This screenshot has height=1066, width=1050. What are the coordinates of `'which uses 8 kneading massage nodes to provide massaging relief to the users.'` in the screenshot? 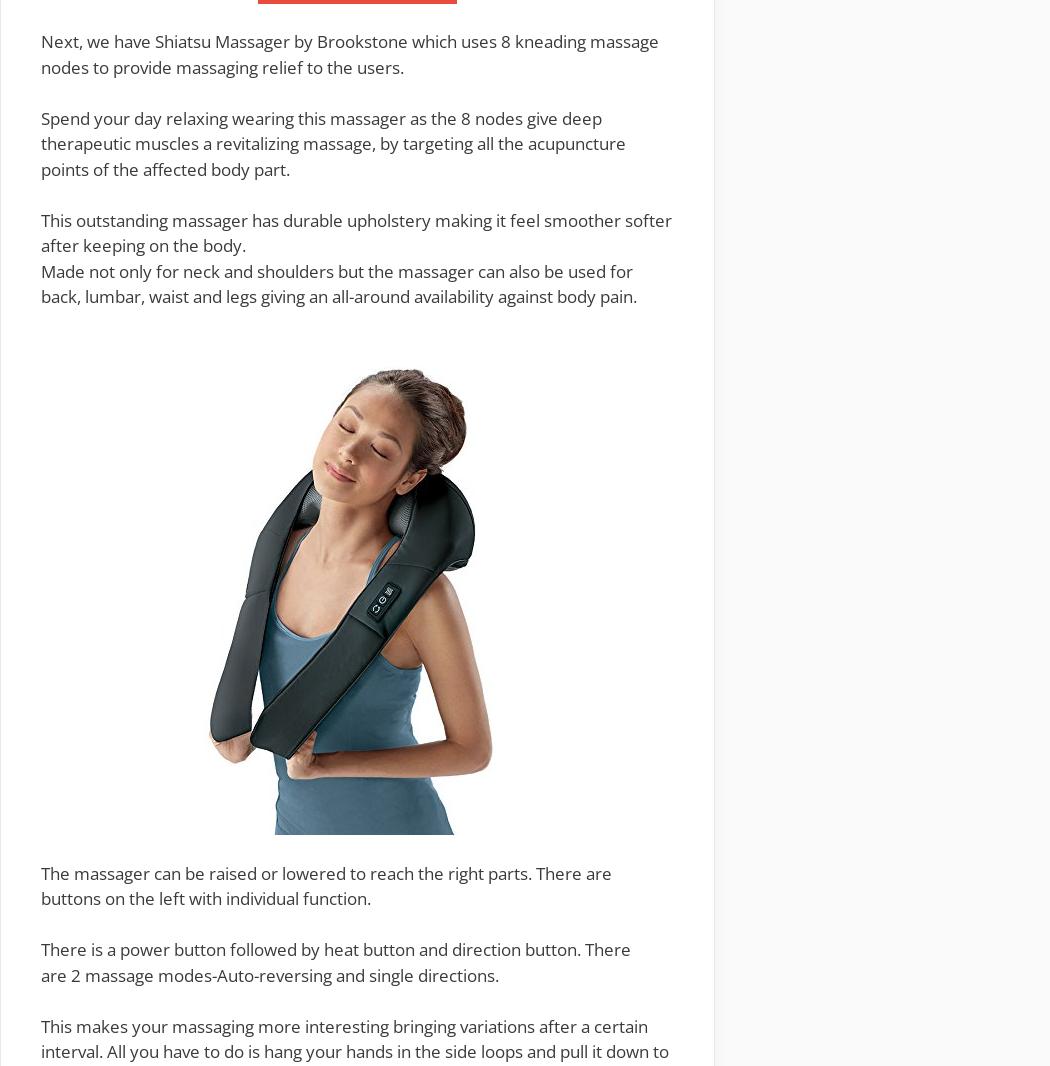 It's located at (348, 53).